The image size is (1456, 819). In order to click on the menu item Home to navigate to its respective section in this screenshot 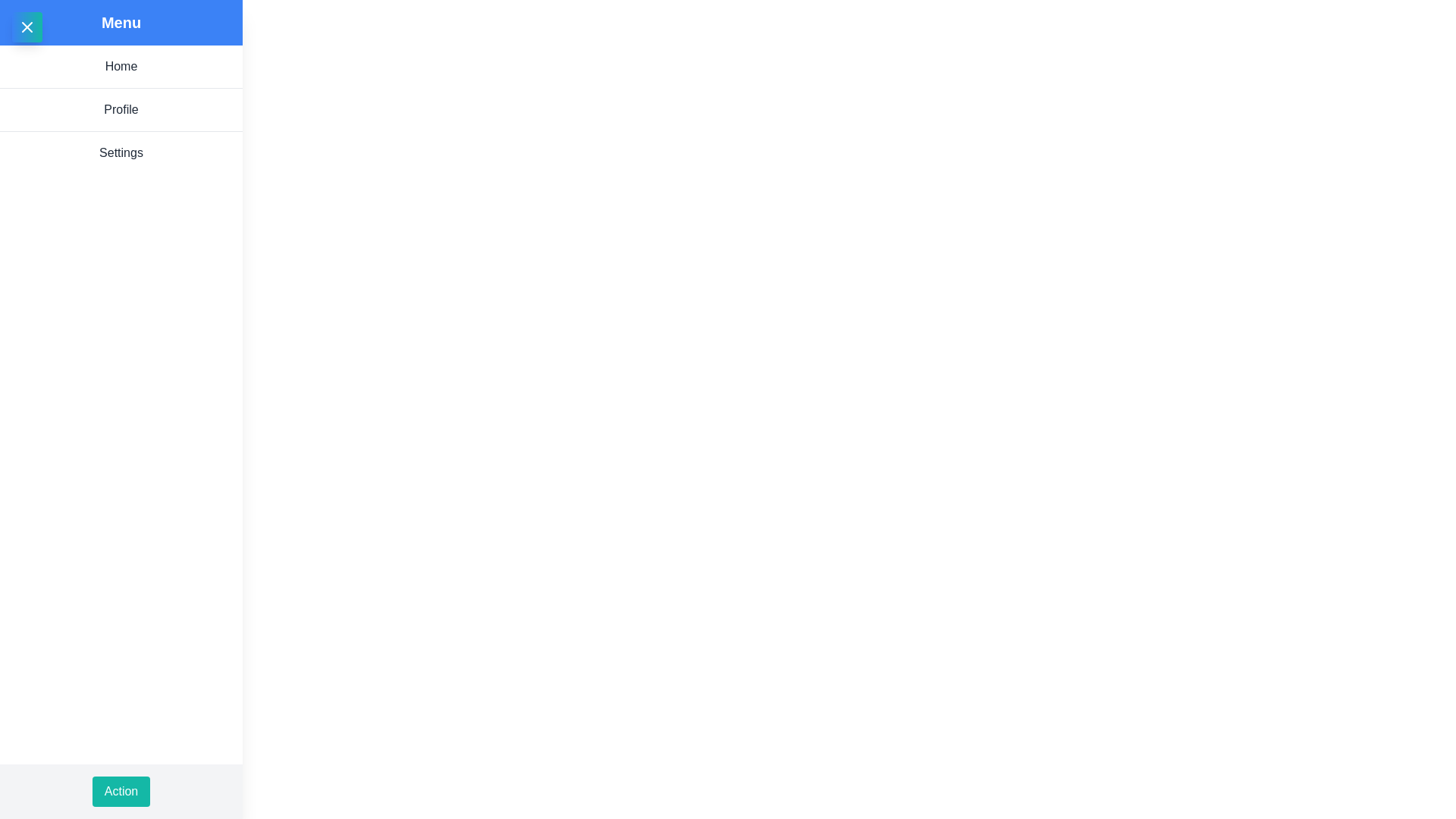, I will do `click(120, 66)`.